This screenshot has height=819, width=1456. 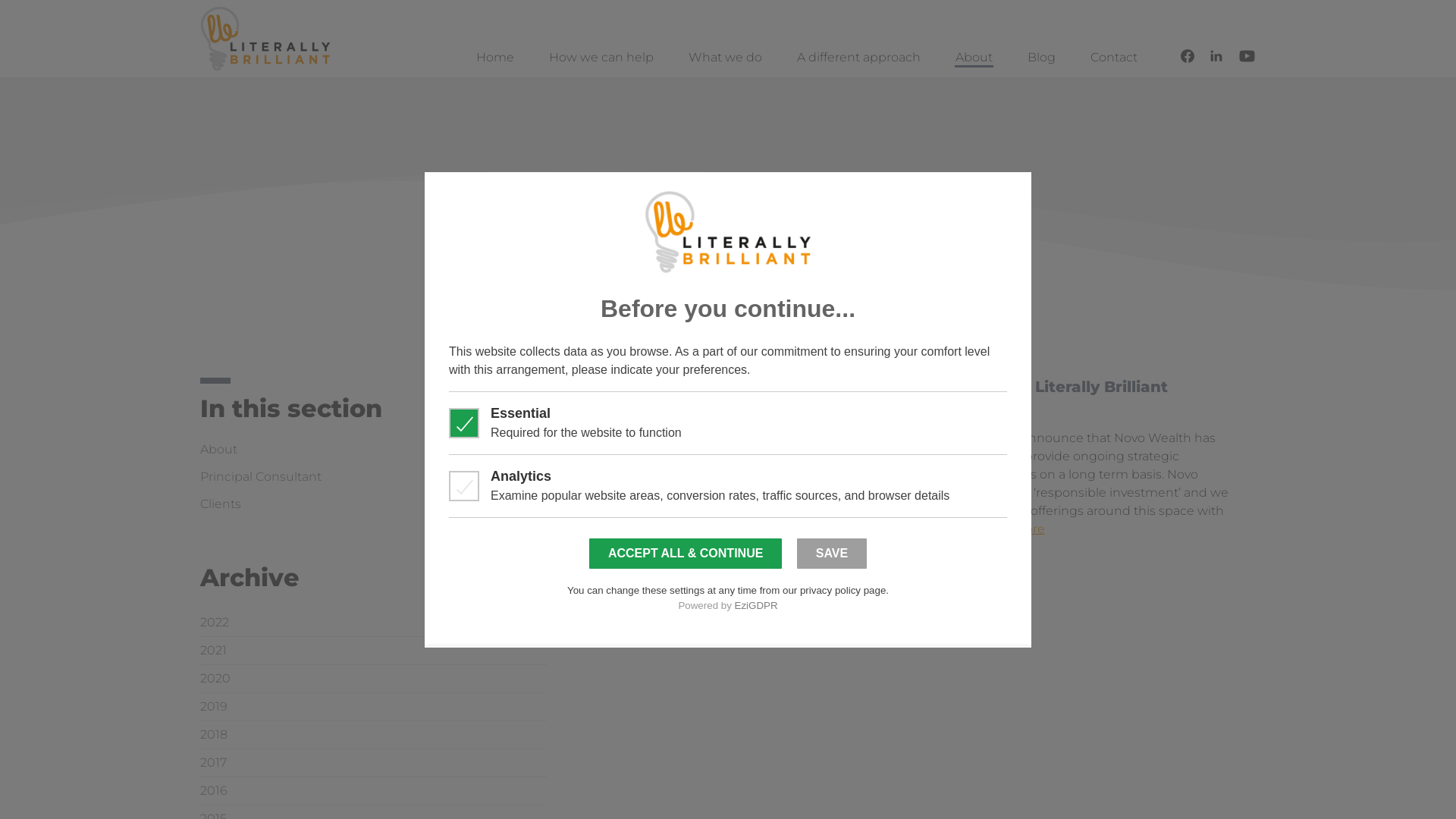 What do you see at coordinates (600, 57) in the screenshot?
I see `'How we can help'` at bounding box center [600, 57].